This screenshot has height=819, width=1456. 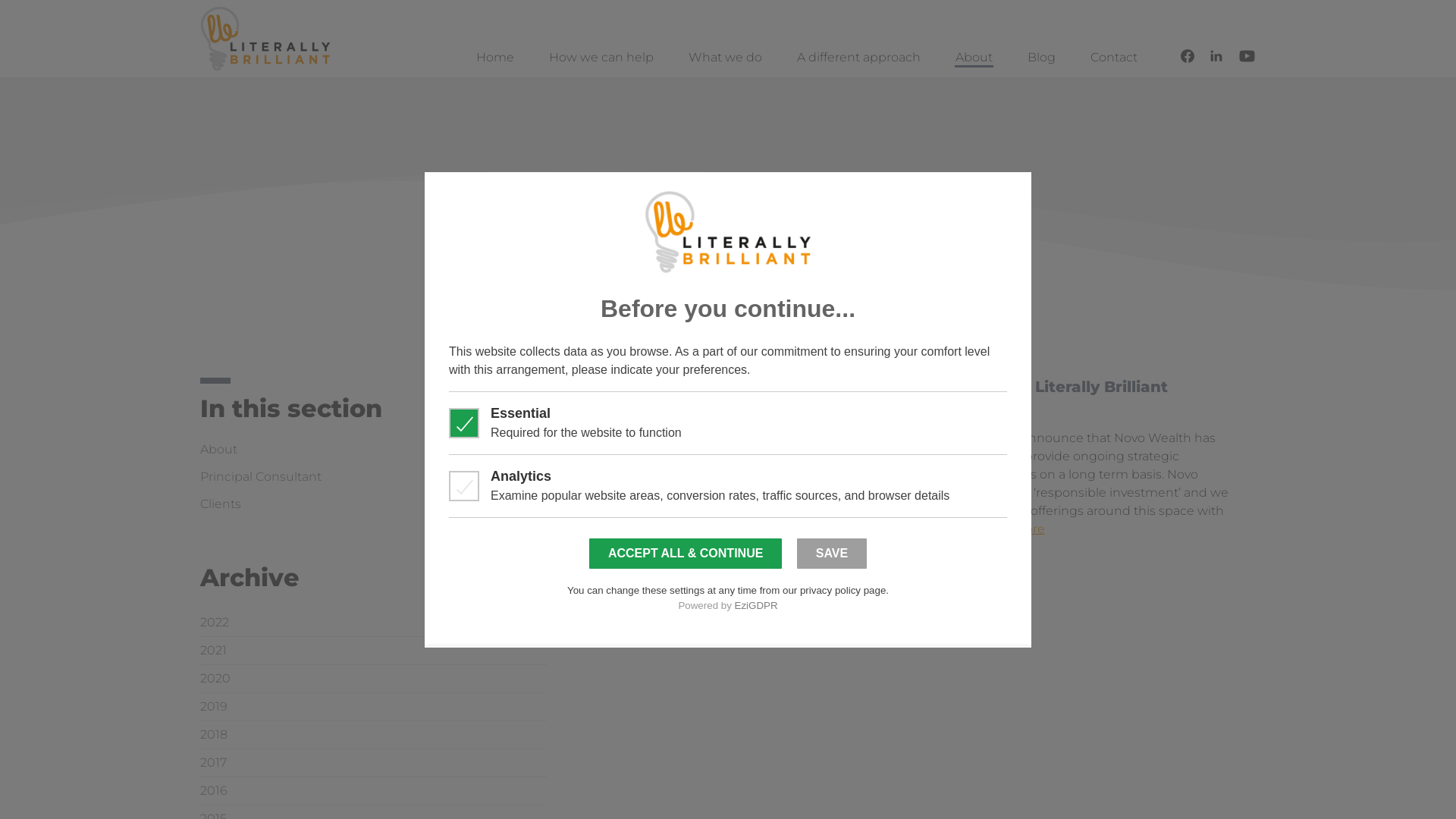 What do you see at coordinates (600, 57) in the screenshot?
I see `'How we can help'` at bounding box center [600, 57].